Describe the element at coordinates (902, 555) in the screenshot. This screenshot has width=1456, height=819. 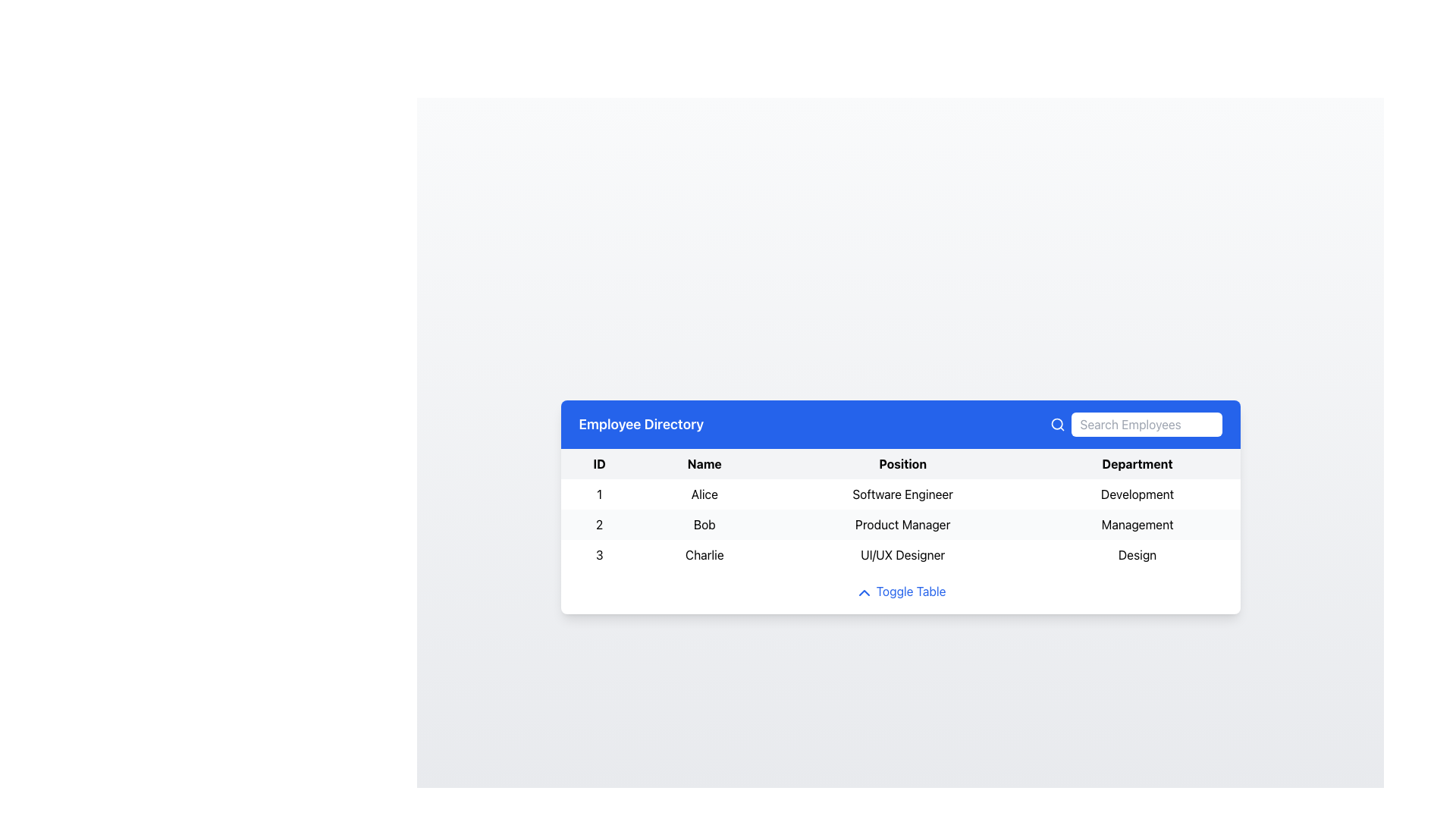
I see `the text label displaying 'UI/UX Designer' located in the third row of the table under the 'Position' column` at that location.